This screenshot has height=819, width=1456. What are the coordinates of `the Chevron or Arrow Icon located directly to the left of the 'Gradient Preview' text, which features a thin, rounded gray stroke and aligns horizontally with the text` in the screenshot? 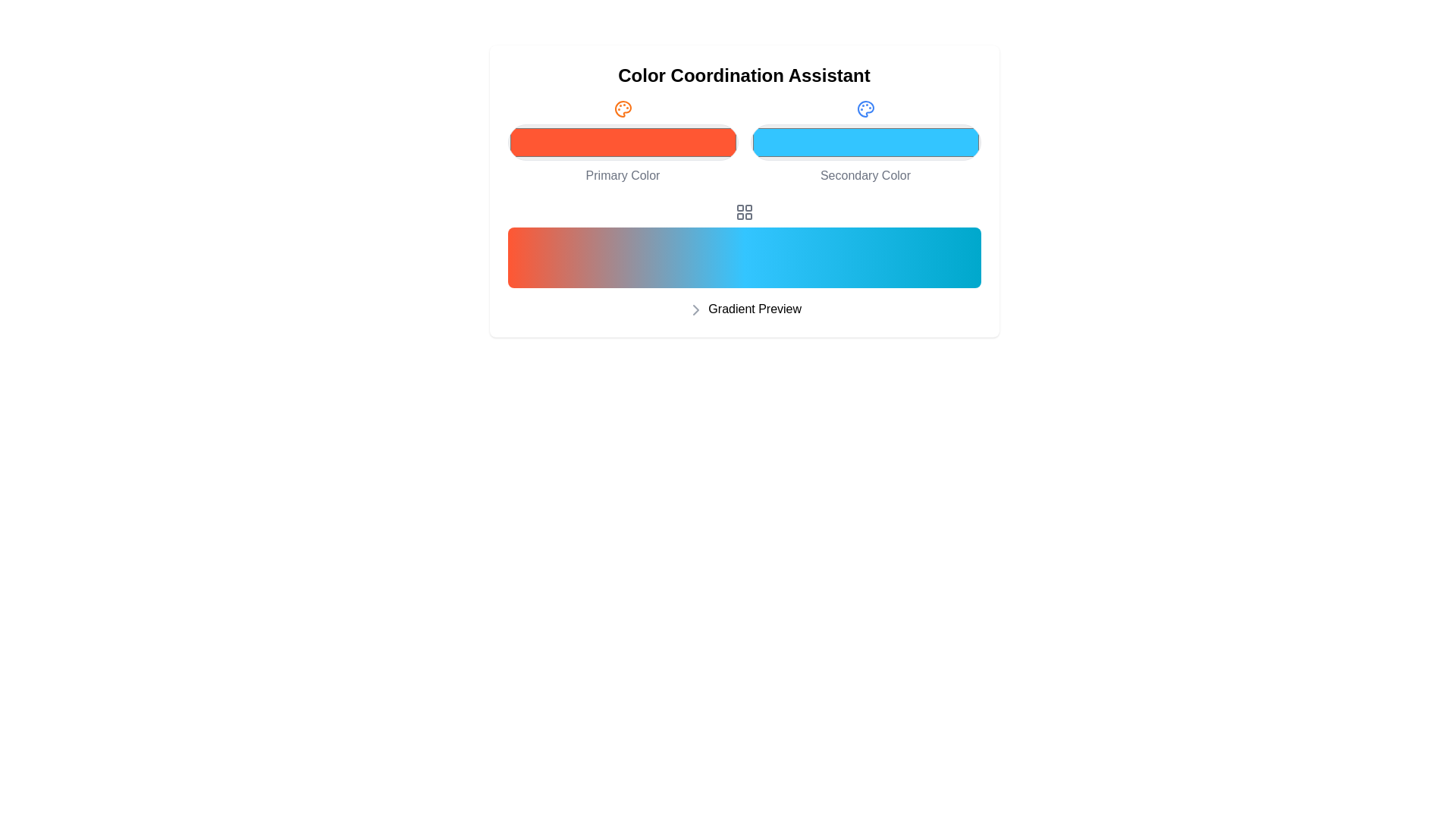 It's located at (695, 309).